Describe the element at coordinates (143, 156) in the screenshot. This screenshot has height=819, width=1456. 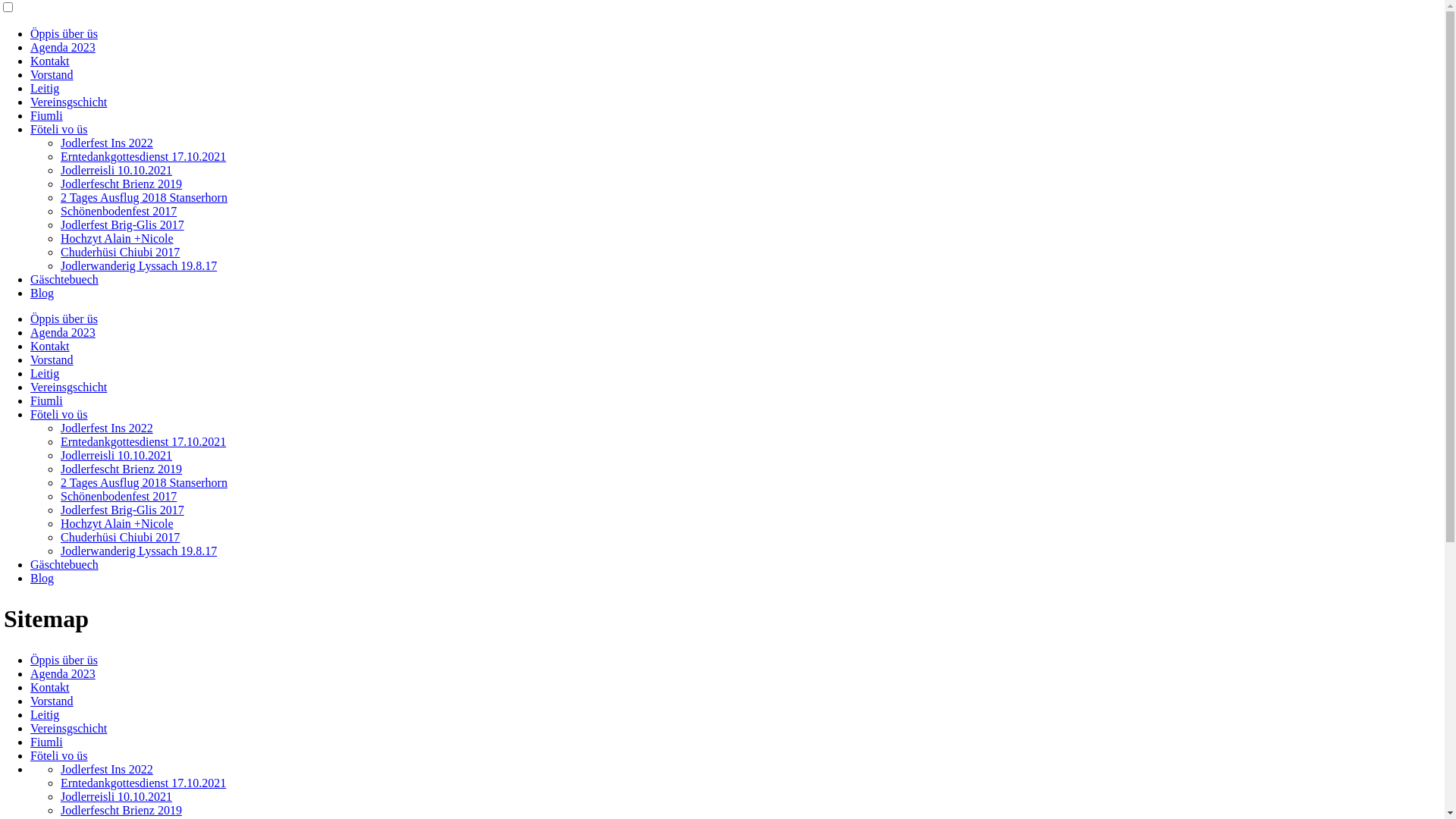
I see `'Erntedankgottesdienst 17.10.2021'` at that location.